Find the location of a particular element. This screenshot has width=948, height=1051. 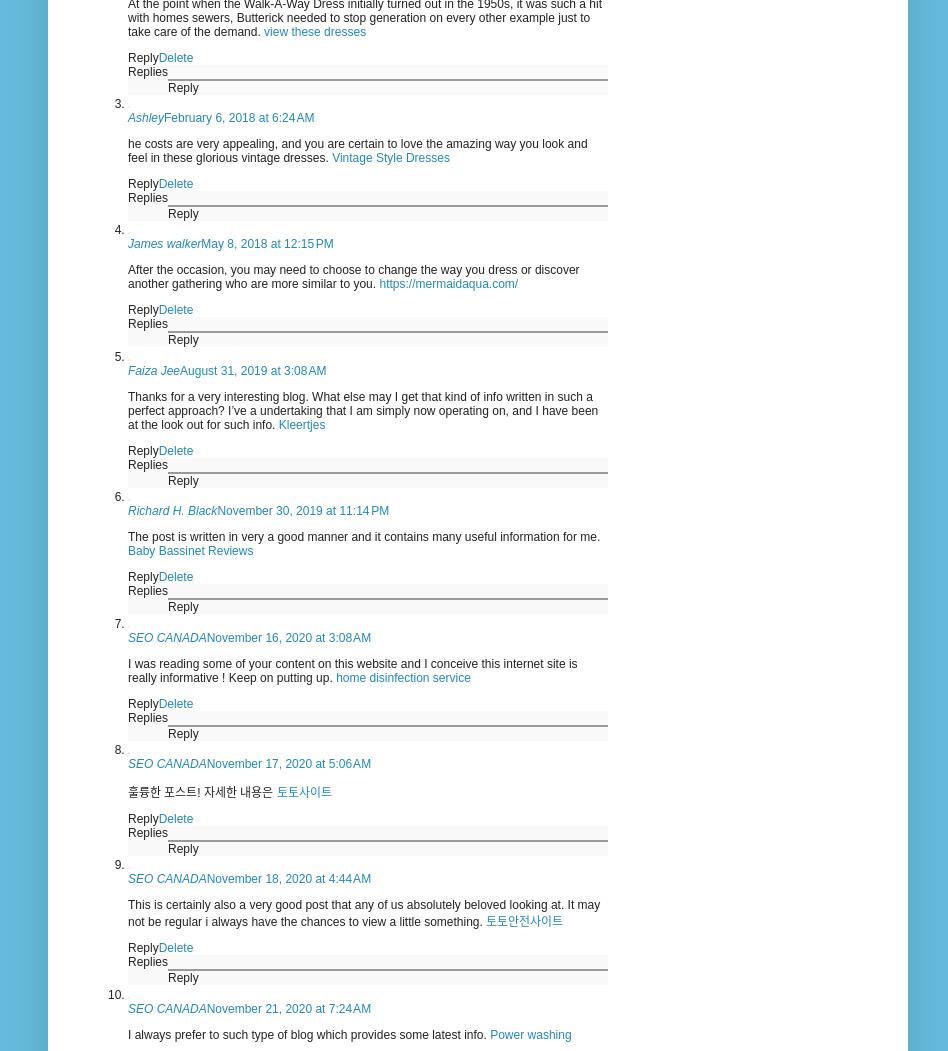

'Baby Bassinet Reviews' is located at coordinates (126, 550).